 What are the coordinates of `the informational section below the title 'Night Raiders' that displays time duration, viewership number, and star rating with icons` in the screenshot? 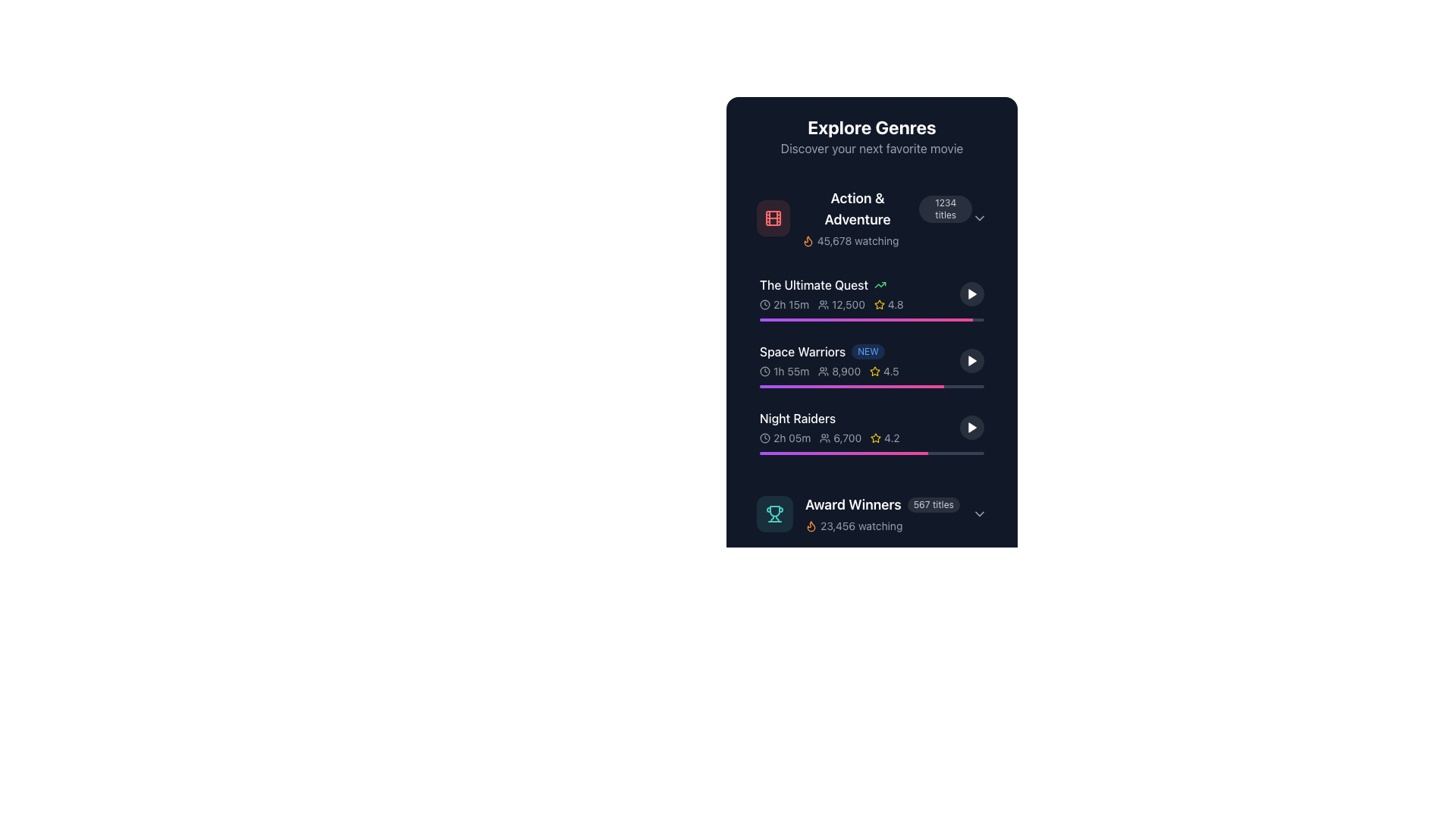 It's located at (859, 438).